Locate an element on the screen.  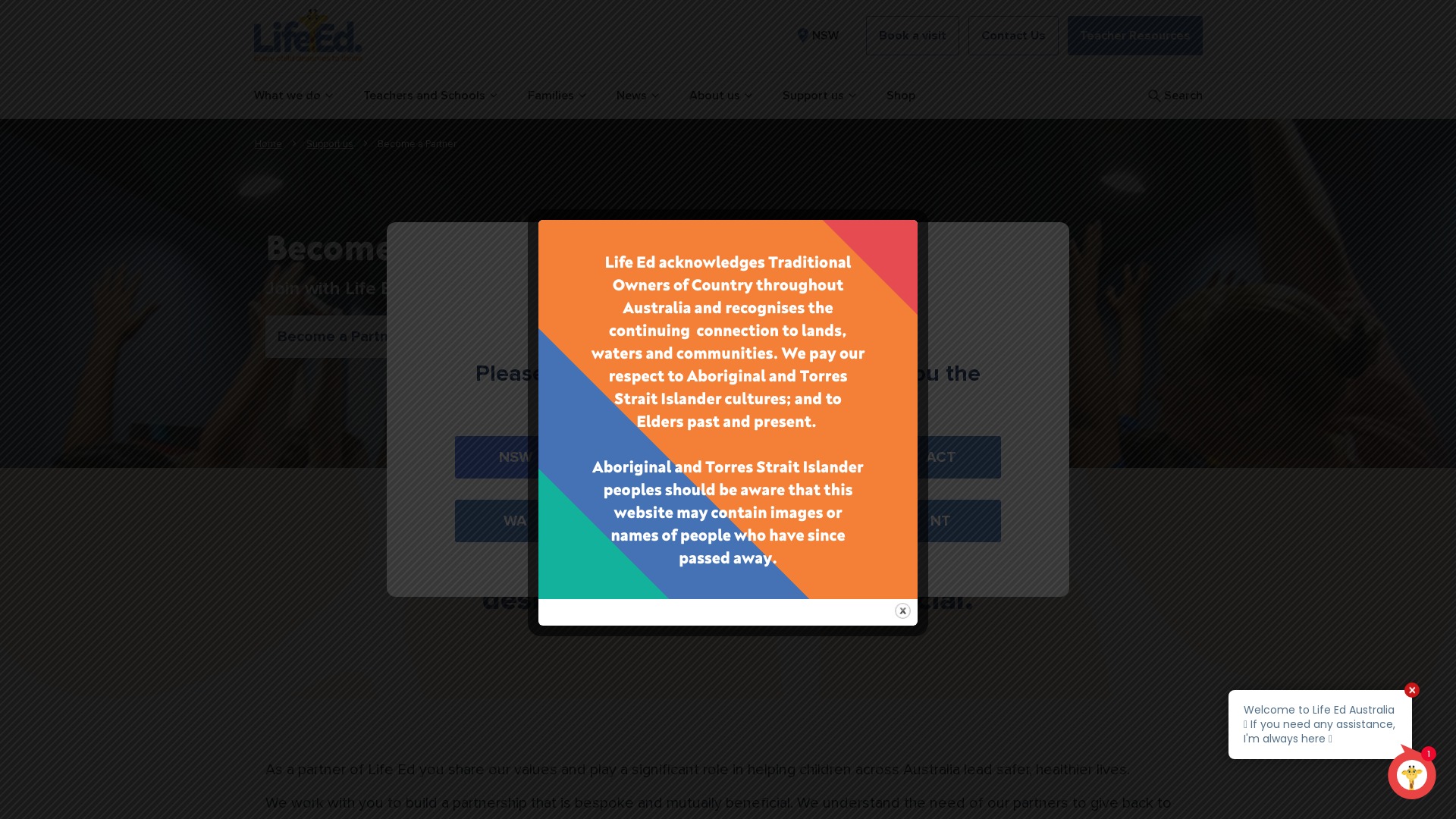
'VIC' is located at coordinates (657, 456).